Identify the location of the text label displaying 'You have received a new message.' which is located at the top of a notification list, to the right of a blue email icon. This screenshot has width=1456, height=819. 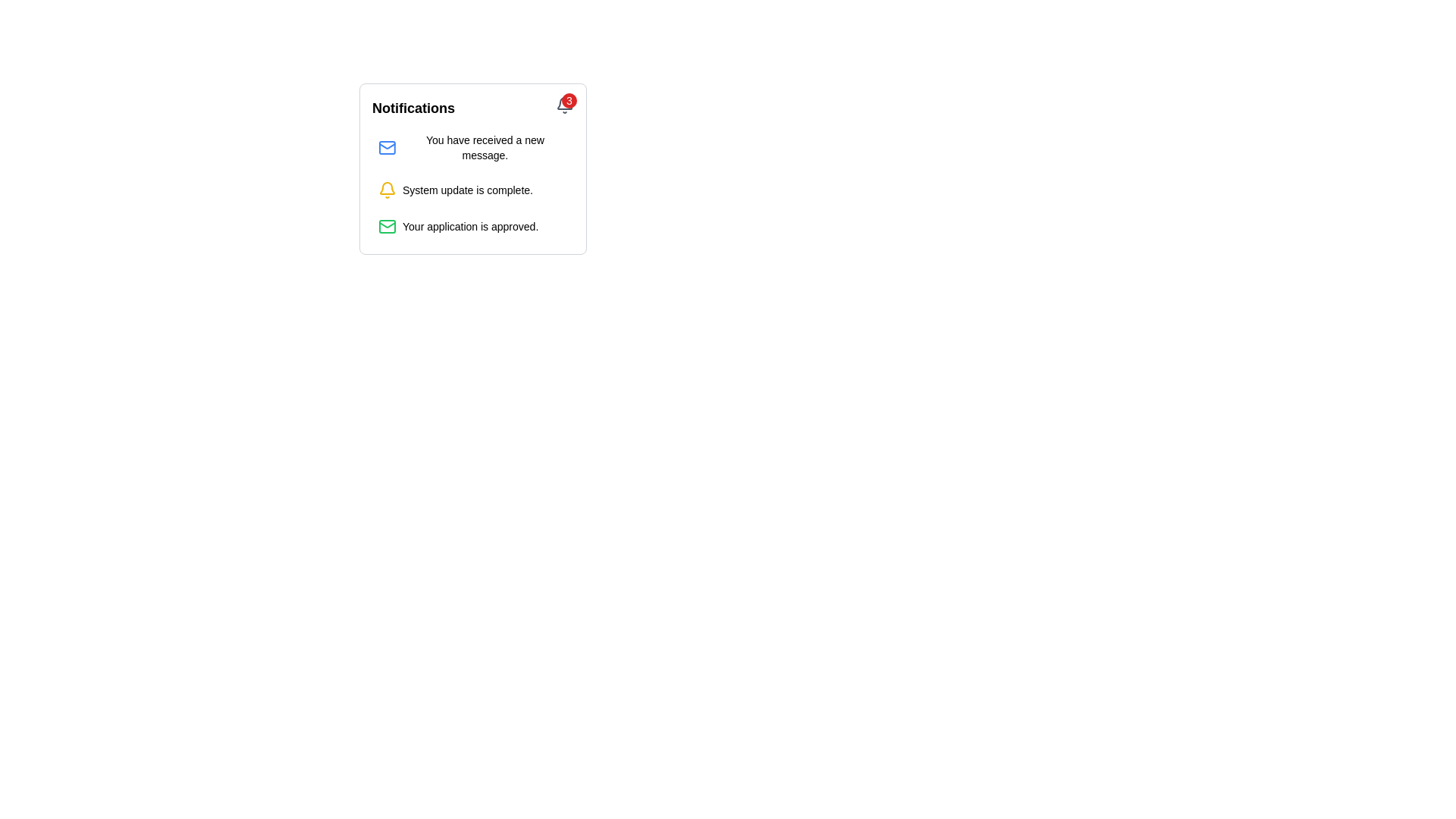
(484, 148).